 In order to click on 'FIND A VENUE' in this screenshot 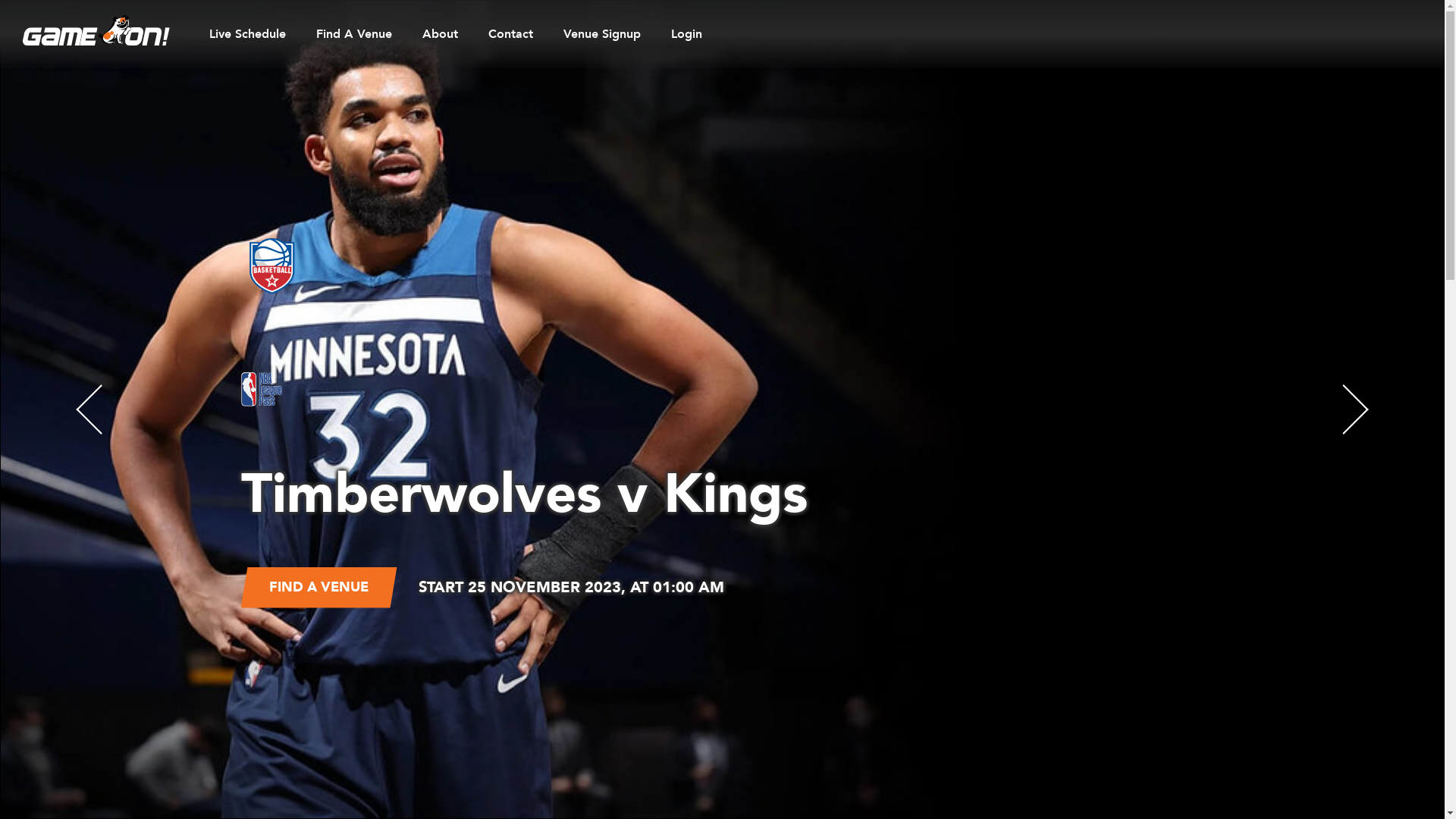, I will do `click(318, 587)`.